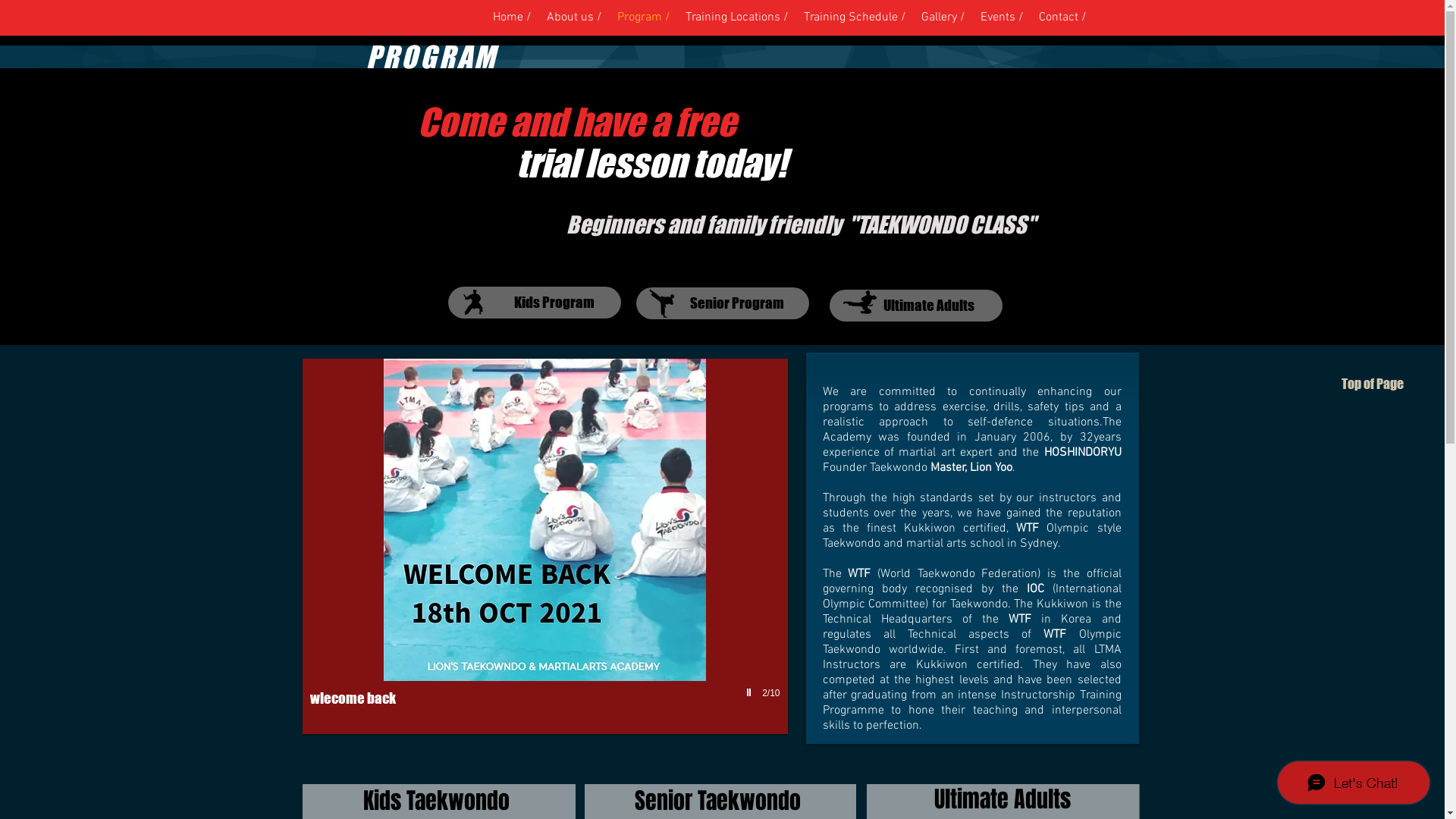 Image resolution: width=1456 pixels, height=819 pixels. Describe the element at coordinates (1062, 17) in the screenshot. I see `'Contact /'` at that location.